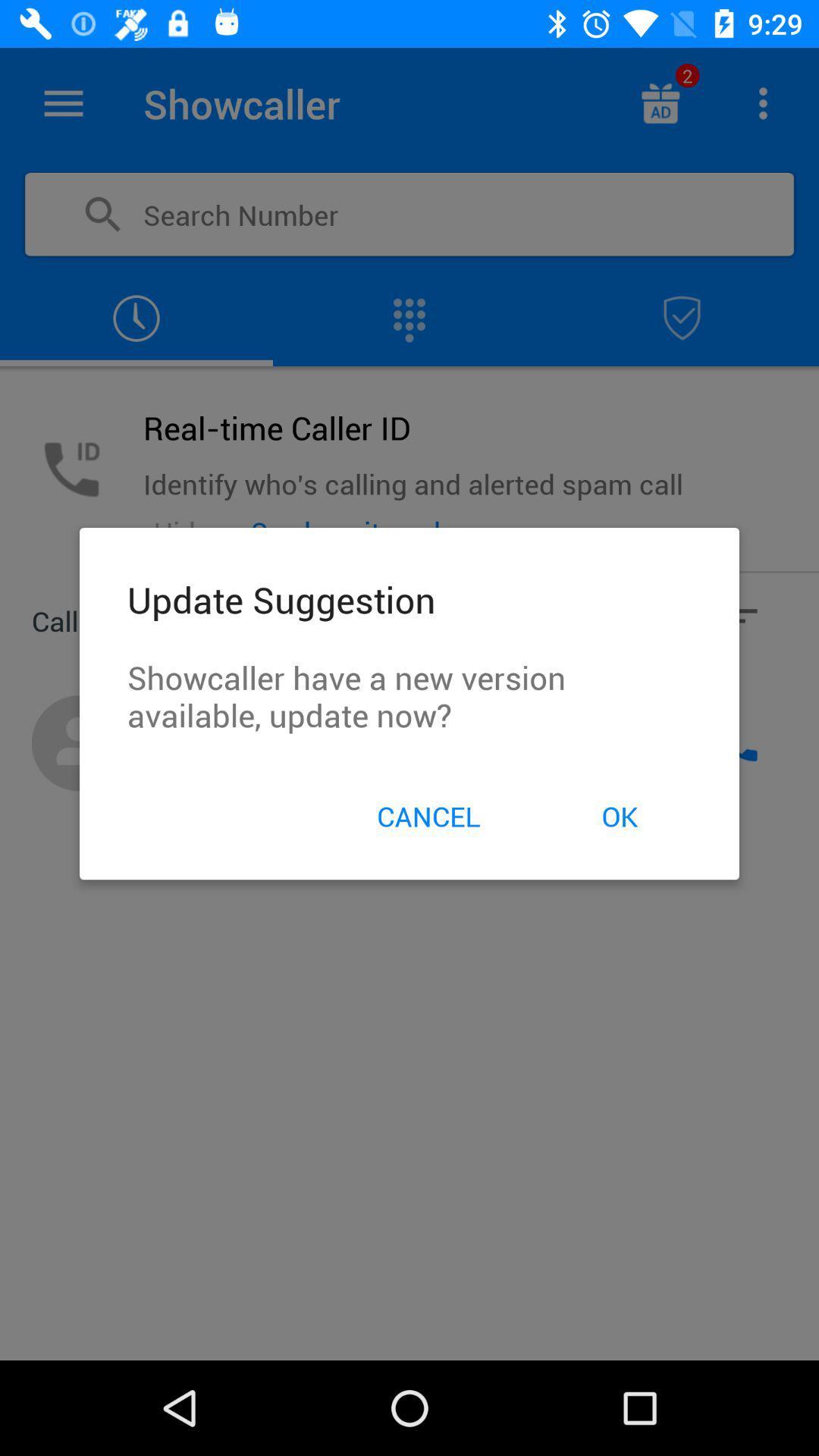  I want to click on the icon next to cancel, so click(620, 815).